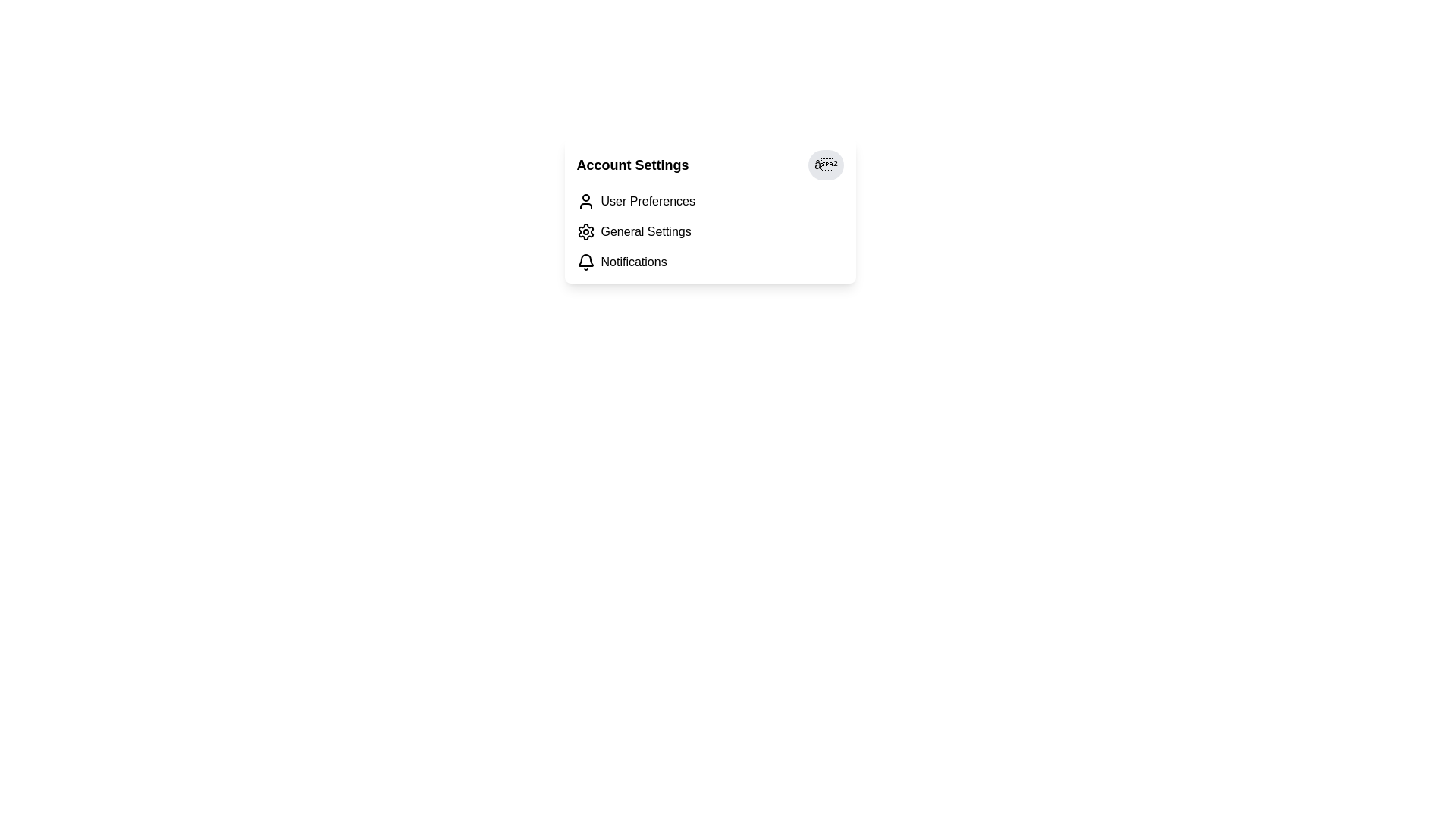 The height and width of the screenshot is (819, 1456). What do you see at coordinates (648, 201) in the screenshot?
I see `the 'User Preferences' label, which is a bold black text label positioned directly below the 'Account Settings' heading and adjacent to a user icon` at bounding box center [648, 201].